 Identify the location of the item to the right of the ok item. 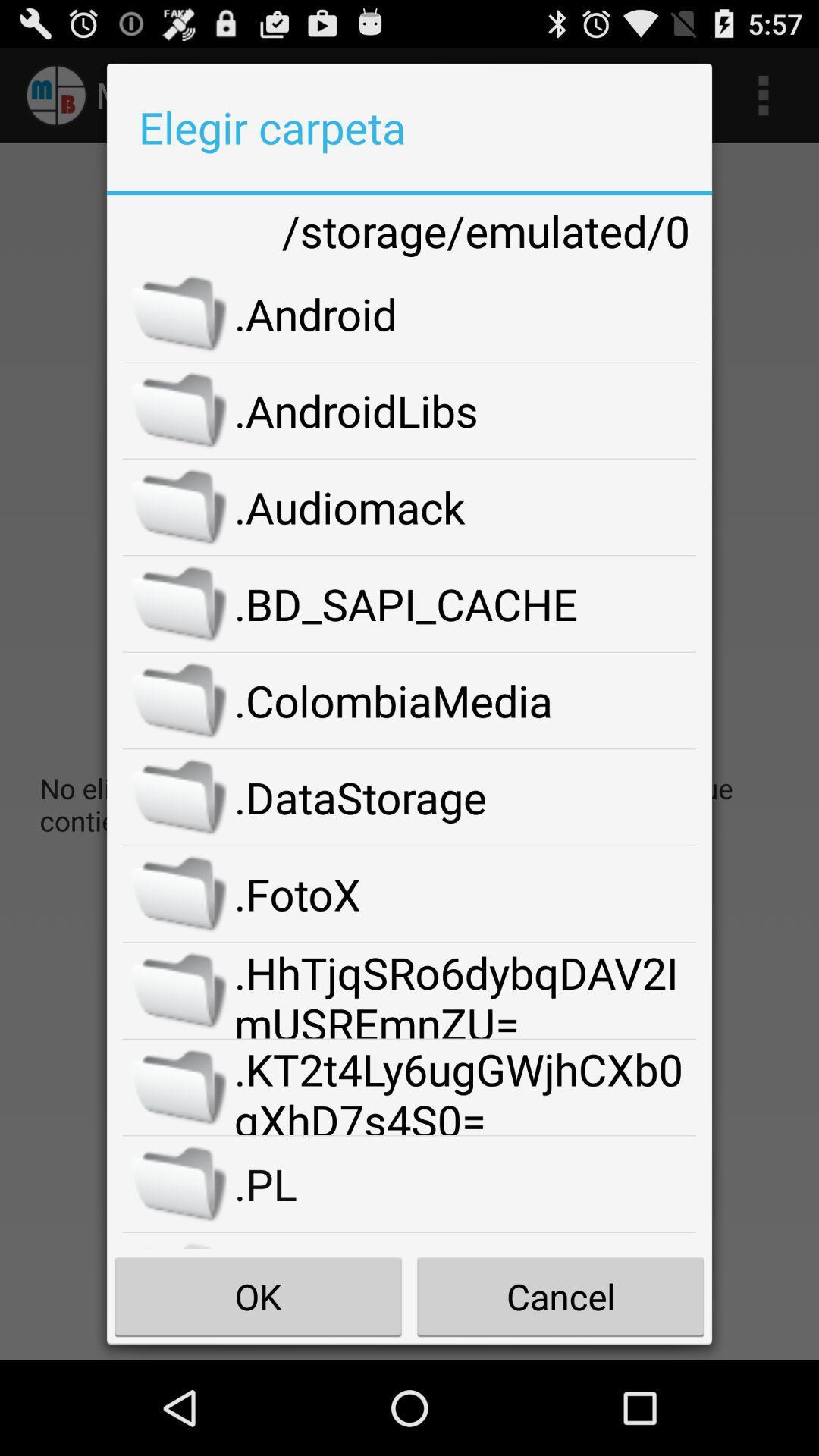
(560, 1295).